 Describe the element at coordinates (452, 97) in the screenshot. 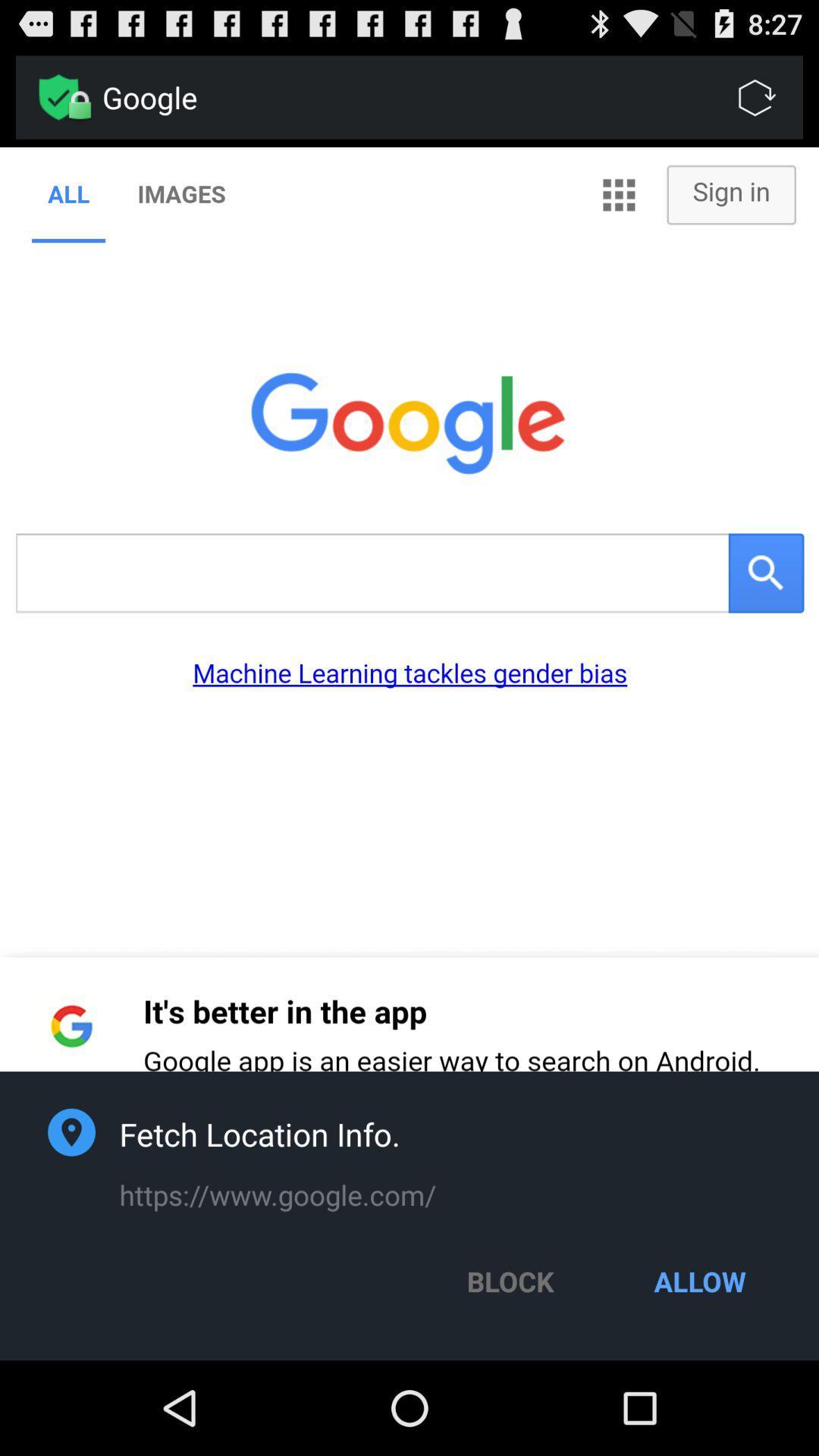

I see `the google option` at that location.